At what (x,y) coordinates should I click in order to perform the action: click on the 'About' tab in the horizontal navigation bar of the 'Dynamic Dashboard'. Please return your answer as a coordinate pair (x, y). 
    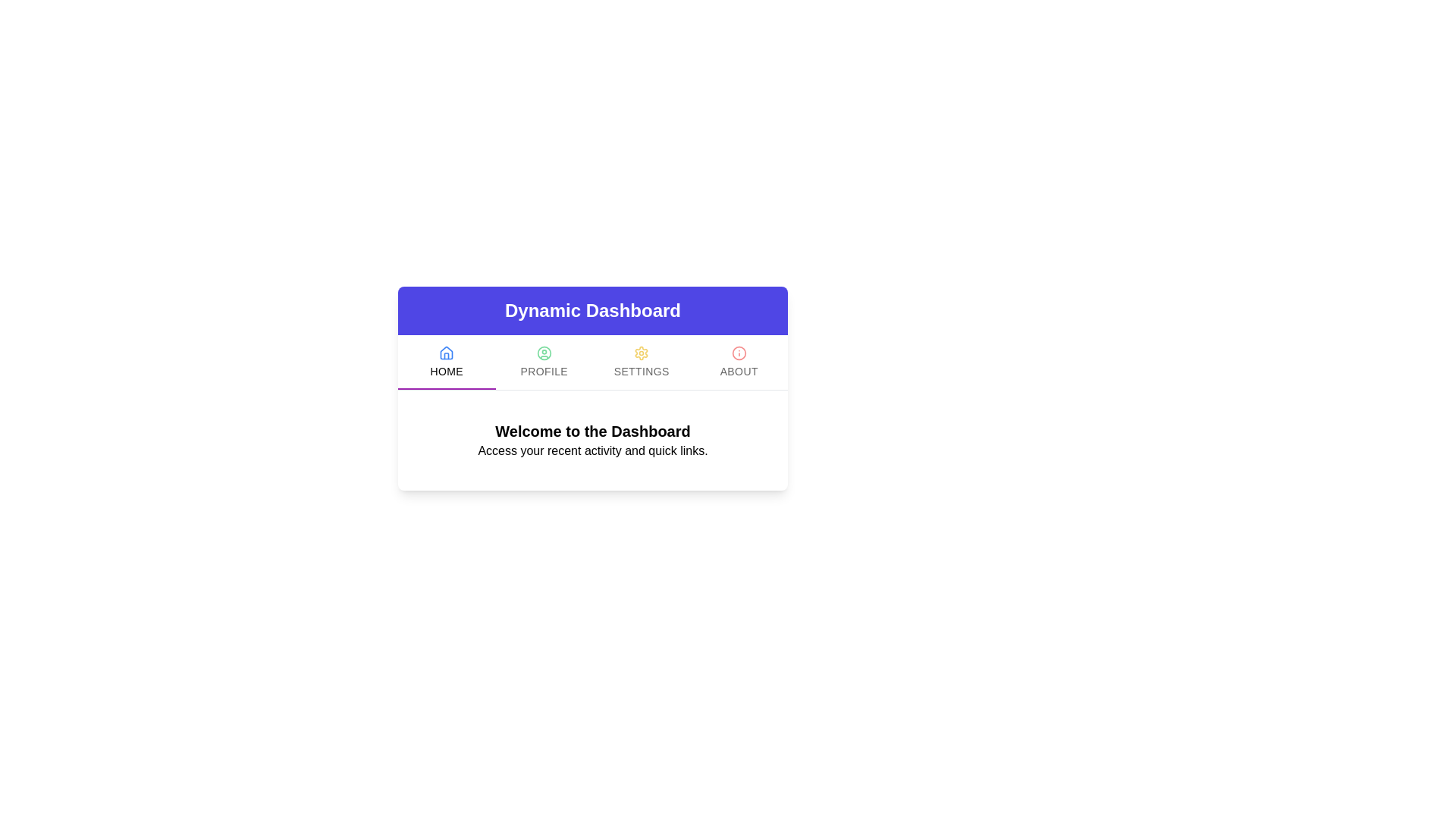
    Looking at the image, I should click on (739, 362).